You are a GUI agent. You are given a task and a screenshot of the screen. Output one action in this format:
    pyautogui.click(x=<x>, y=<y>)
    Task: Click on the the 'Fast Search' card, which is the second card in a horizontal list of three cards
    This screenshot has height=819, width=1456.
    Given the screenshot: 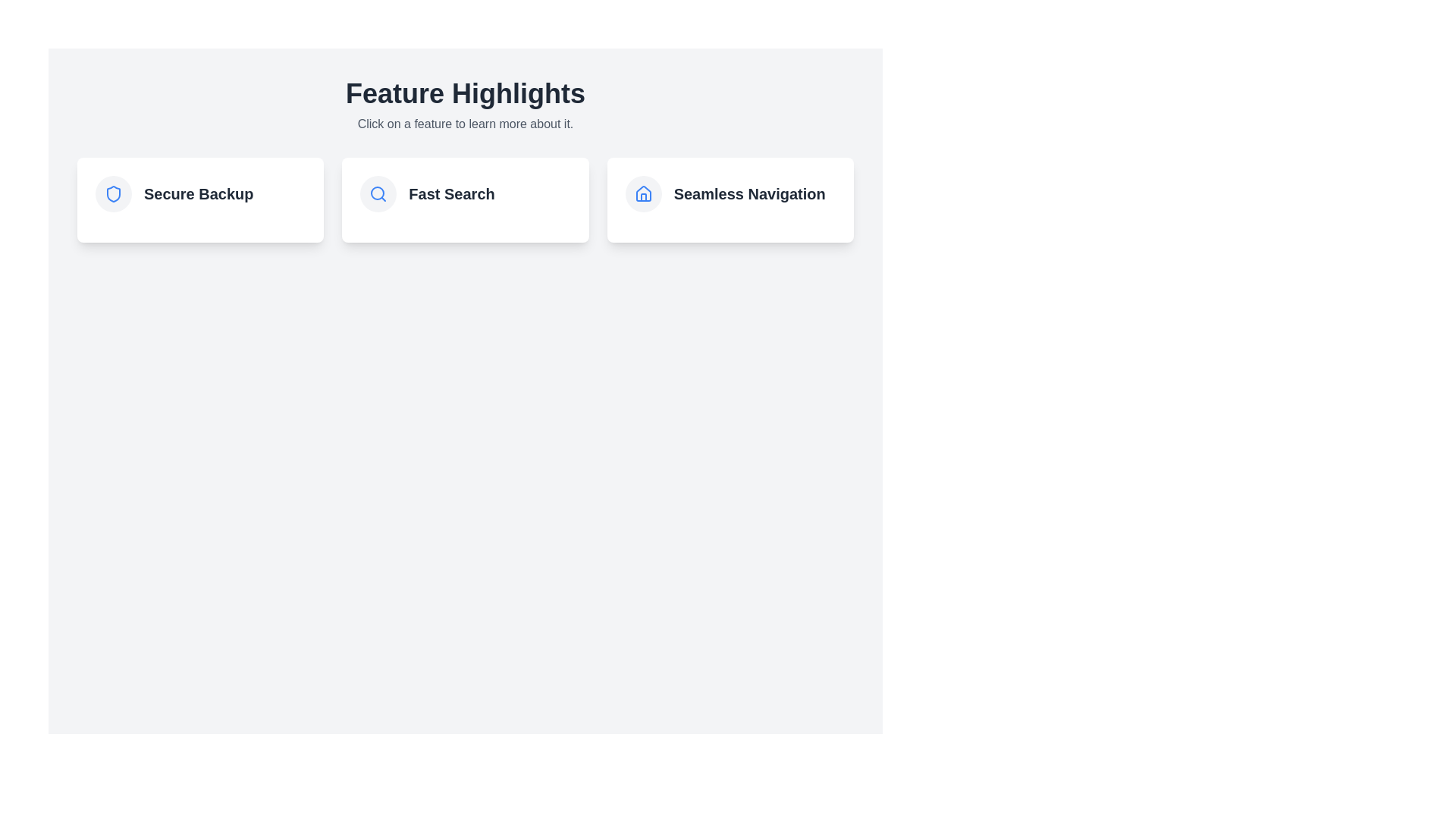 What is the action you would take?
    pyautogui.click(x=465, y=199)
    